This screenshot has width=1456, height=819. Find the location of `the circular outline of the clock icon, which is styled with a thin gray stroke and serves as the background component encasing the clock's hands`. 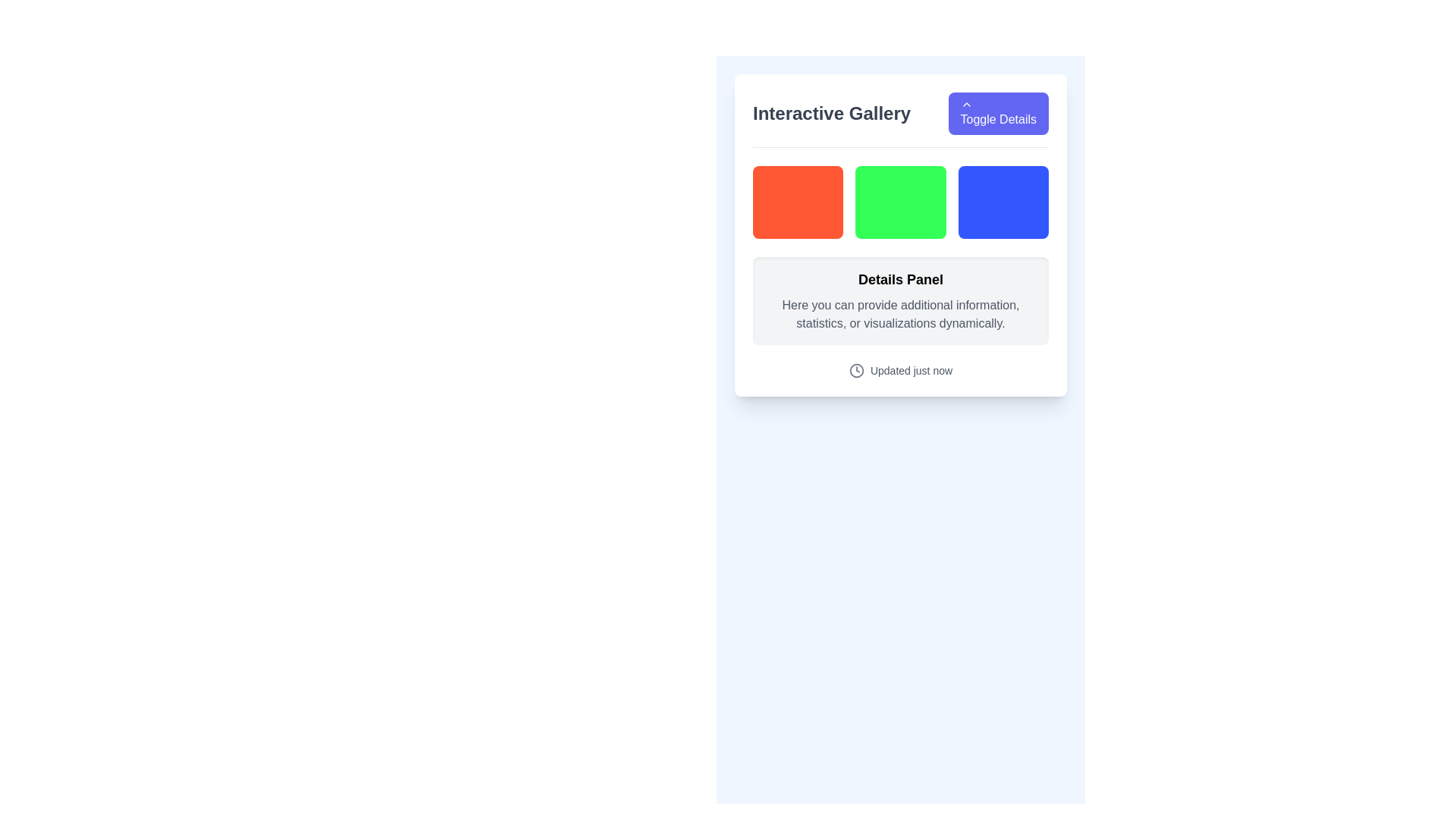

the circular outline of the clock icon, which is styled with a thin gray stroke and serves as the background component encasing the clock's hands is located at coordinates (856, 371).